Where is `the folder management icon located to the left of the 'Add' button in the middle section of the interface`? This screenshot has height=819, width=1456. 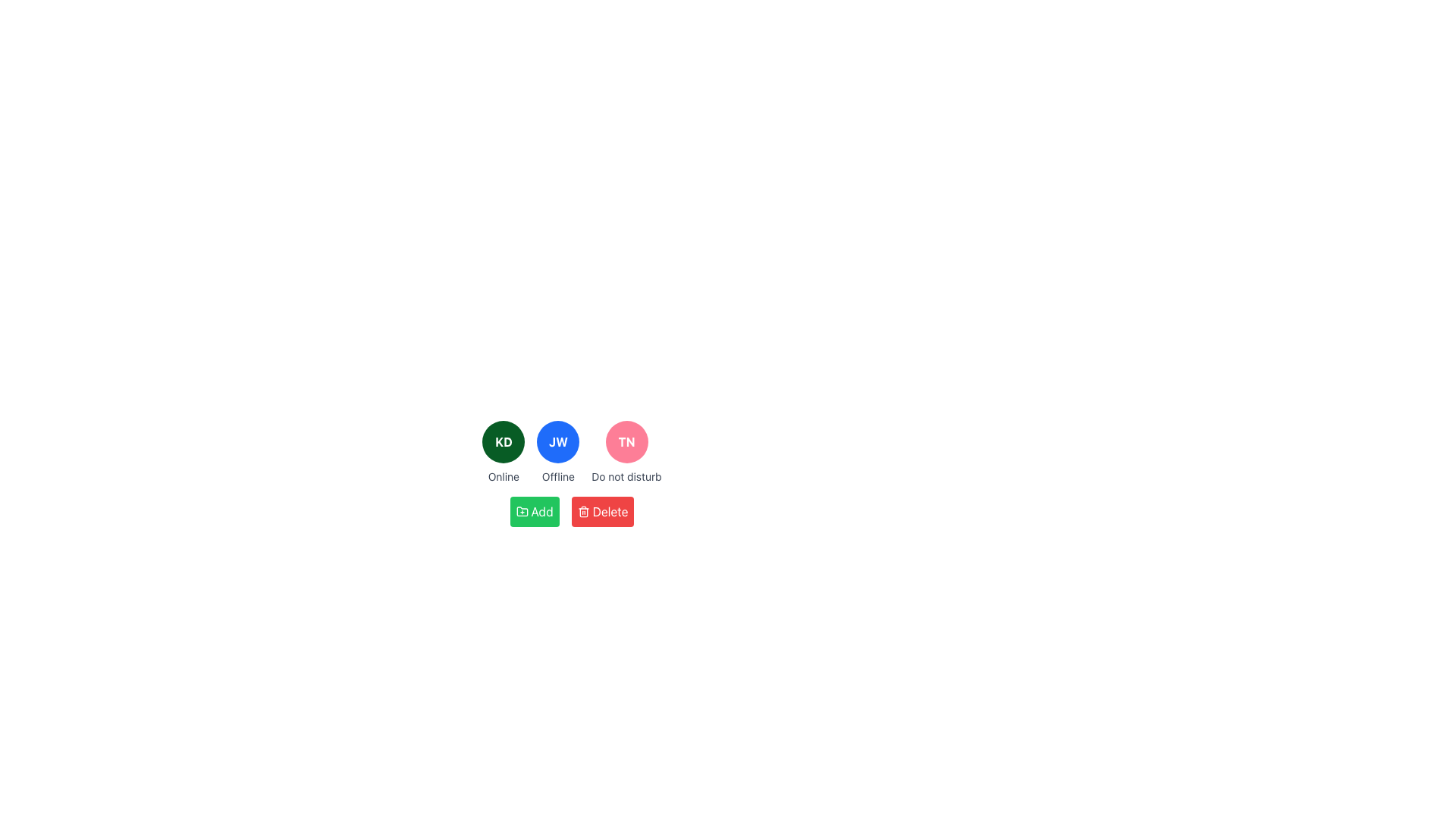 the folder management icon located to the left of the 'Add' button in the middle section of the interface is located at coordinates (522, 511).